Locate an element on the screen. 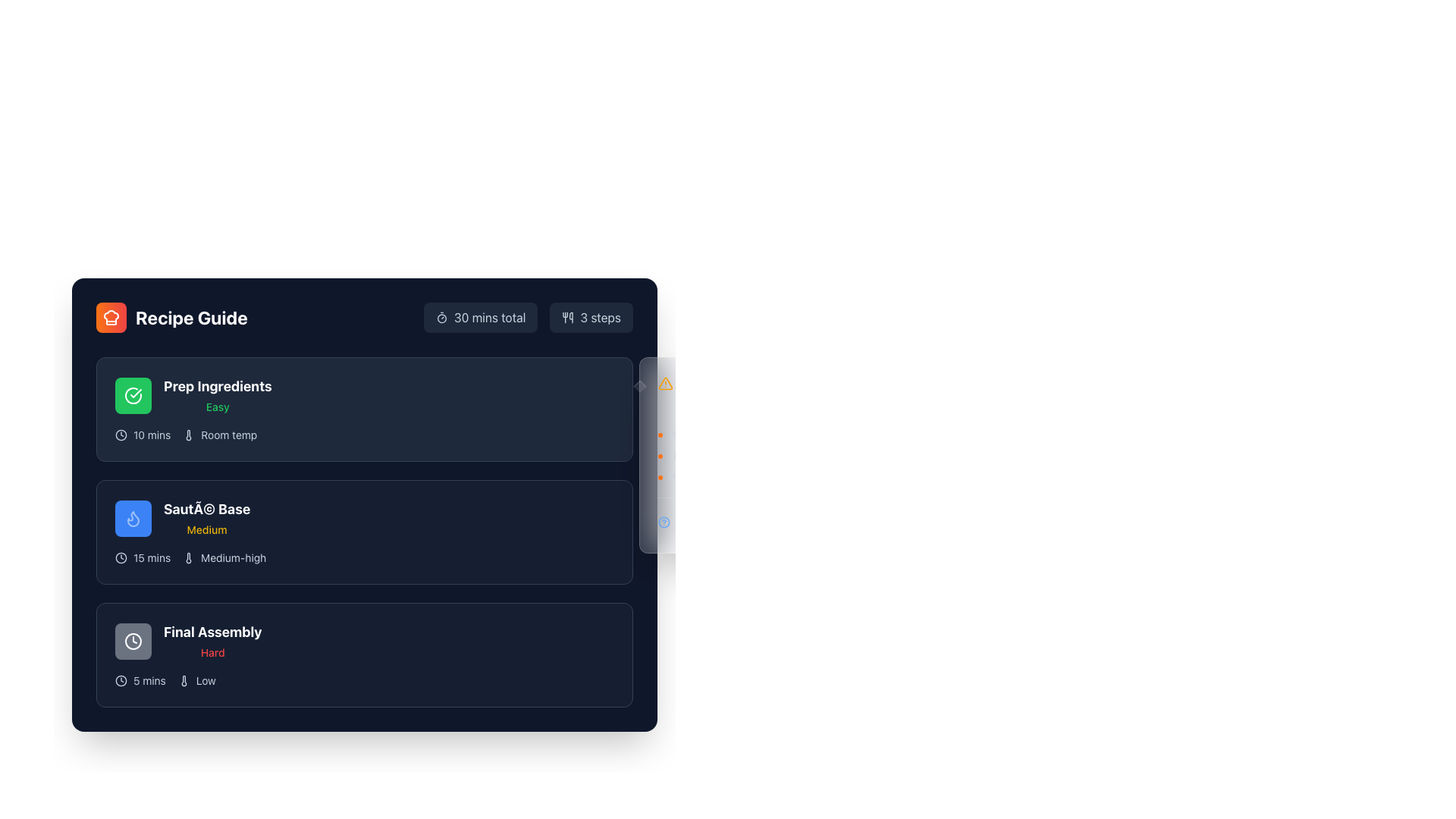 Image resolution: width=1456 pixels, height=819 pixels. the circular icon filled with a border within the SVG timer icon, located near the top-right corner of the layout, above the recipe steps is located at coordinates (441, 318).